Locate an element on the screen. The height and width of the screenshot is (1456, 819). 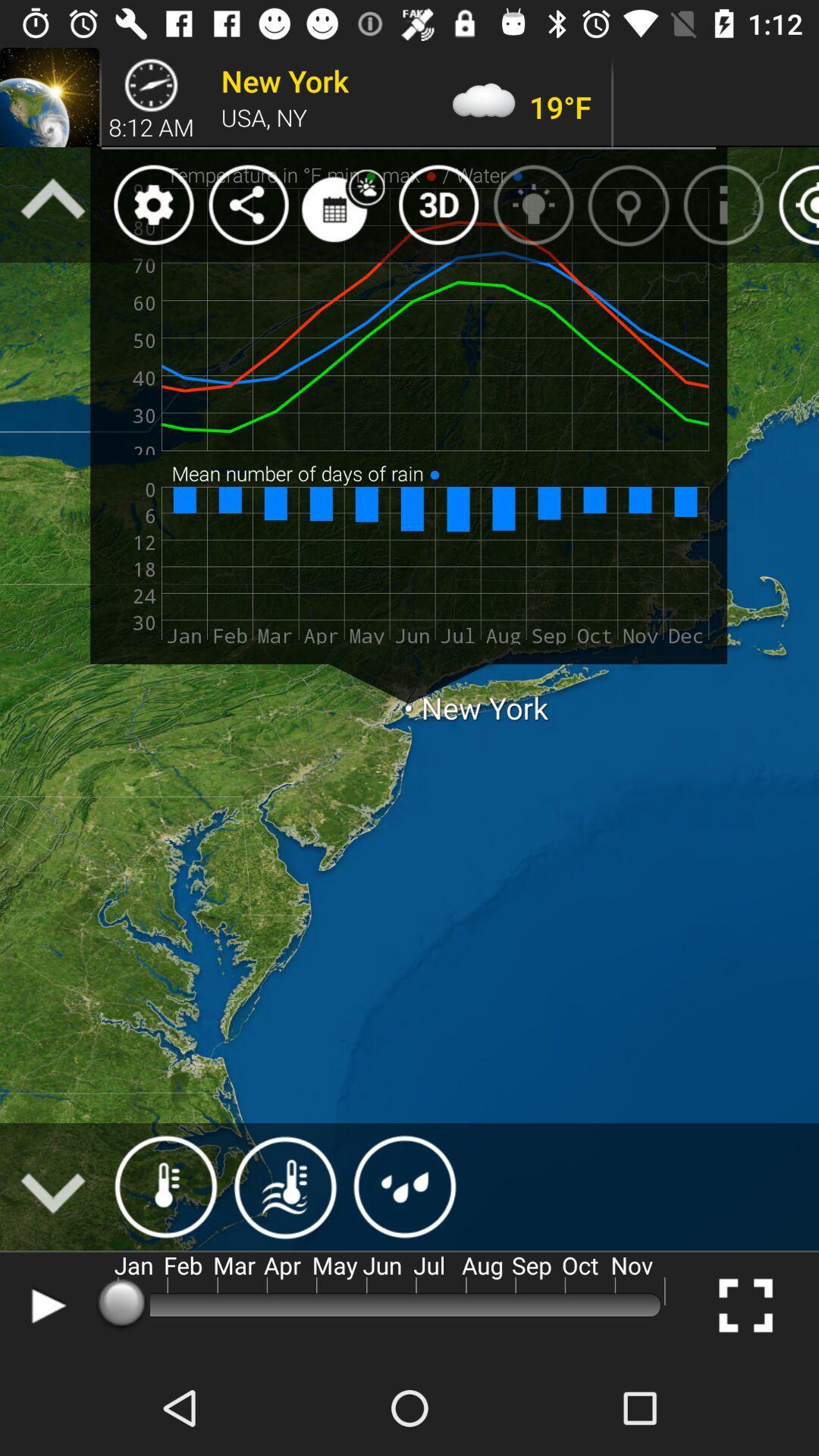
the fullscreen icon is located at coordinates (745, 1304).